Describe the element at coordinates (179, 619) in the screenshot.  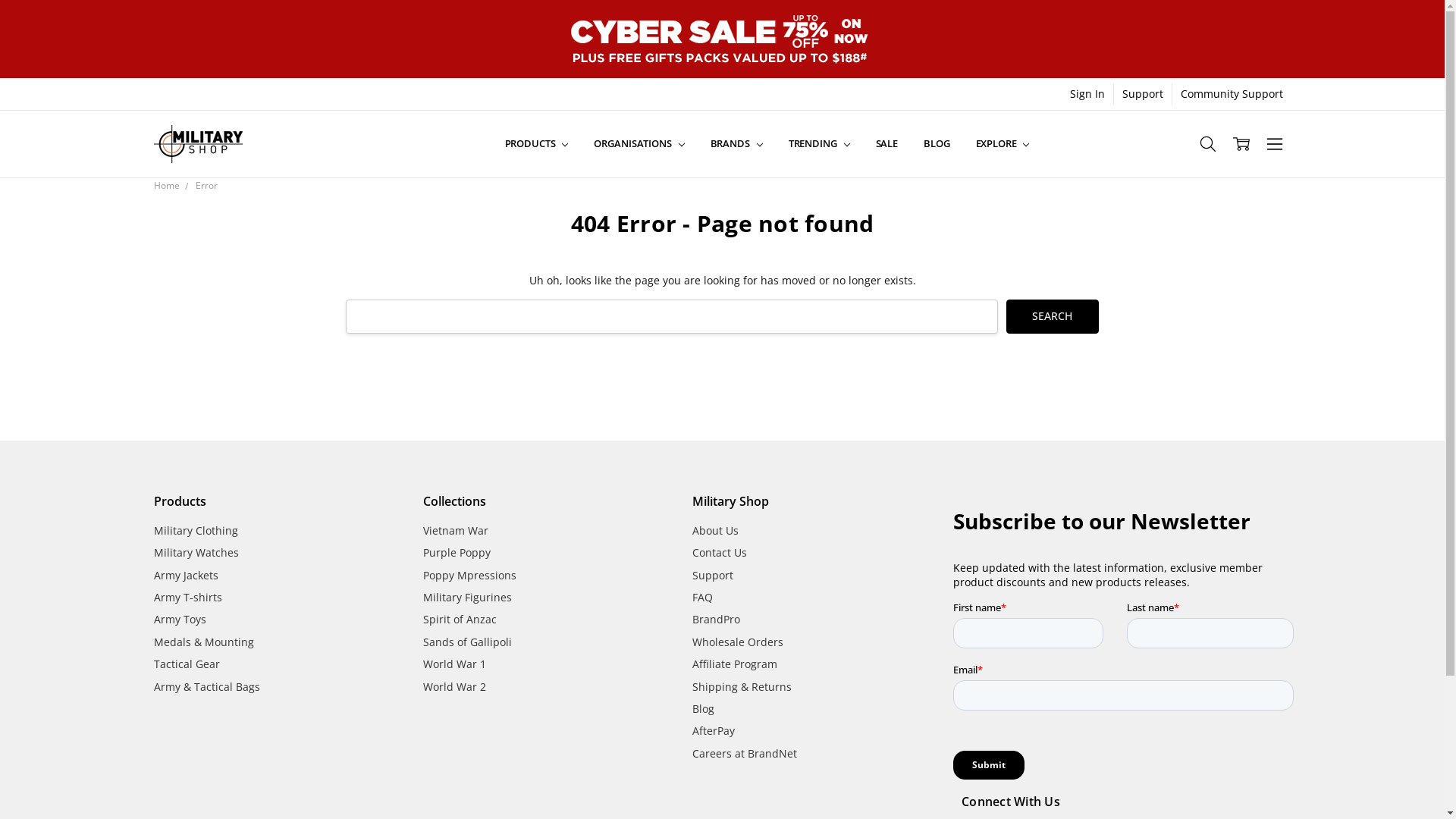
I see `'Army Toys'` at that location.